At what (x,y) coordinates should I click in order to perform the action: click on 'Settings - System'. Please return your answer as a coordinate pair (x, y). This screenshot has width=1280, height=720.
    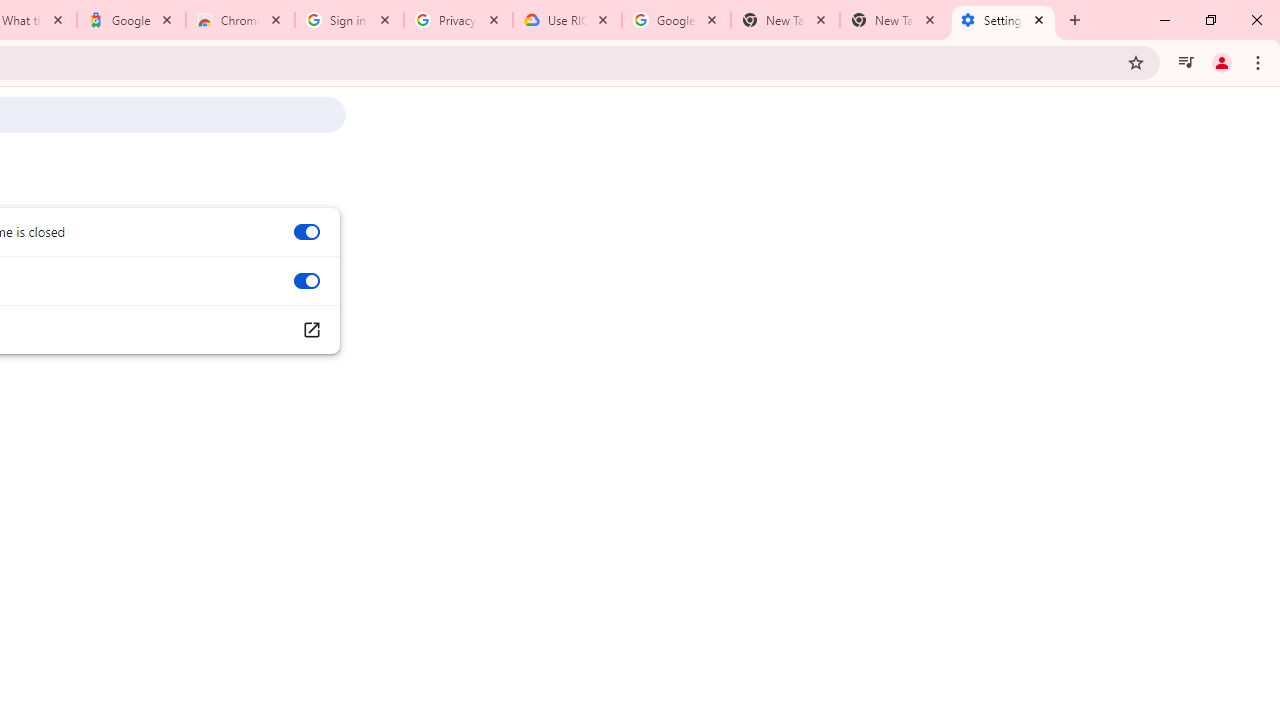
    Looking at the image, I should click on (1003, 20).